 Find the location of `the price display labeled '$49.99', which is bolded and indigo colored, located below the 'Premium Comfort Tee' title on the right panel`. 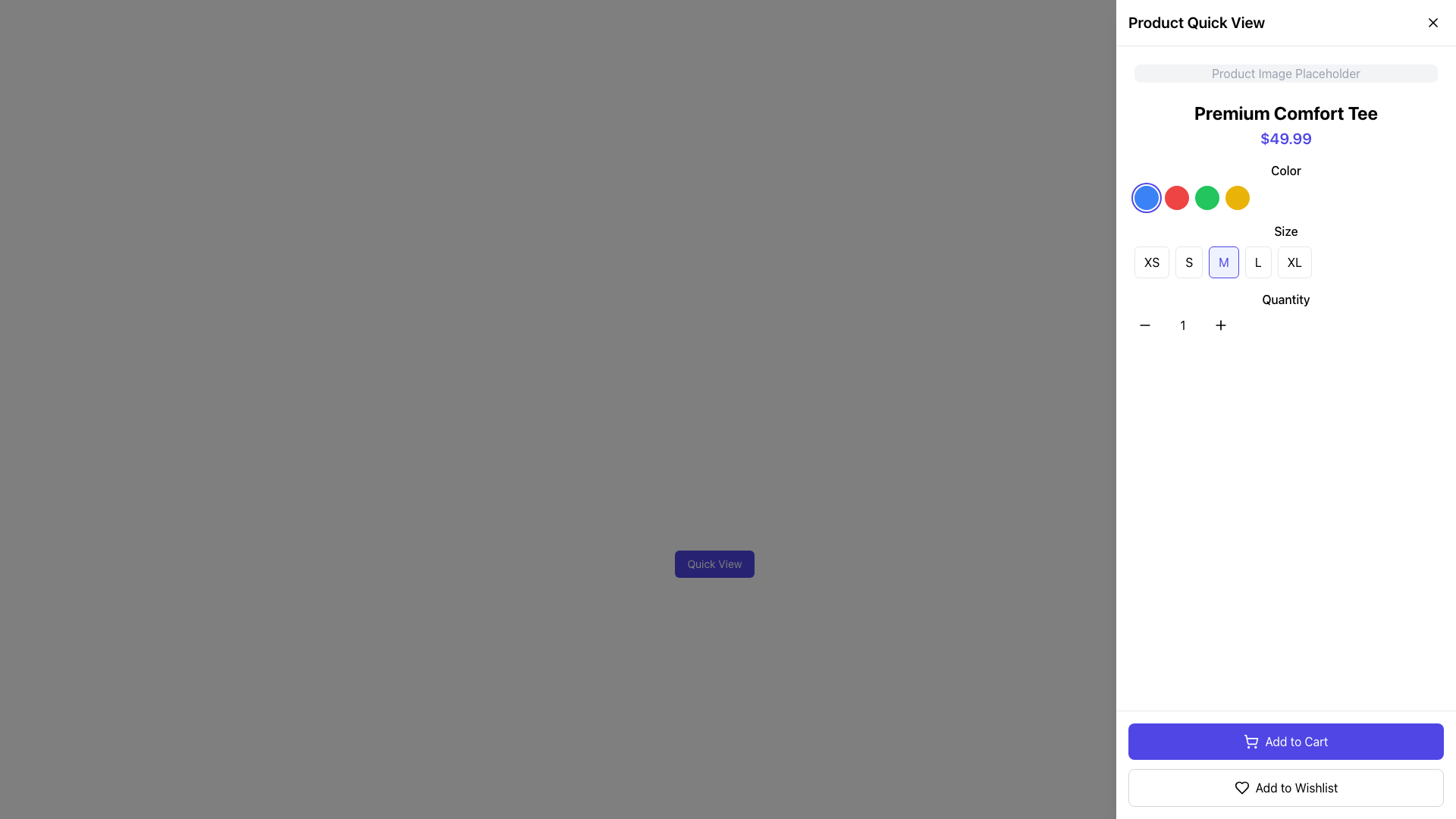

the price display labeled '$49.99', which is bolded and indigo colored, located below the 'Premium Comfort Tee' title on the right panel is located at coordinates (1285, 138).